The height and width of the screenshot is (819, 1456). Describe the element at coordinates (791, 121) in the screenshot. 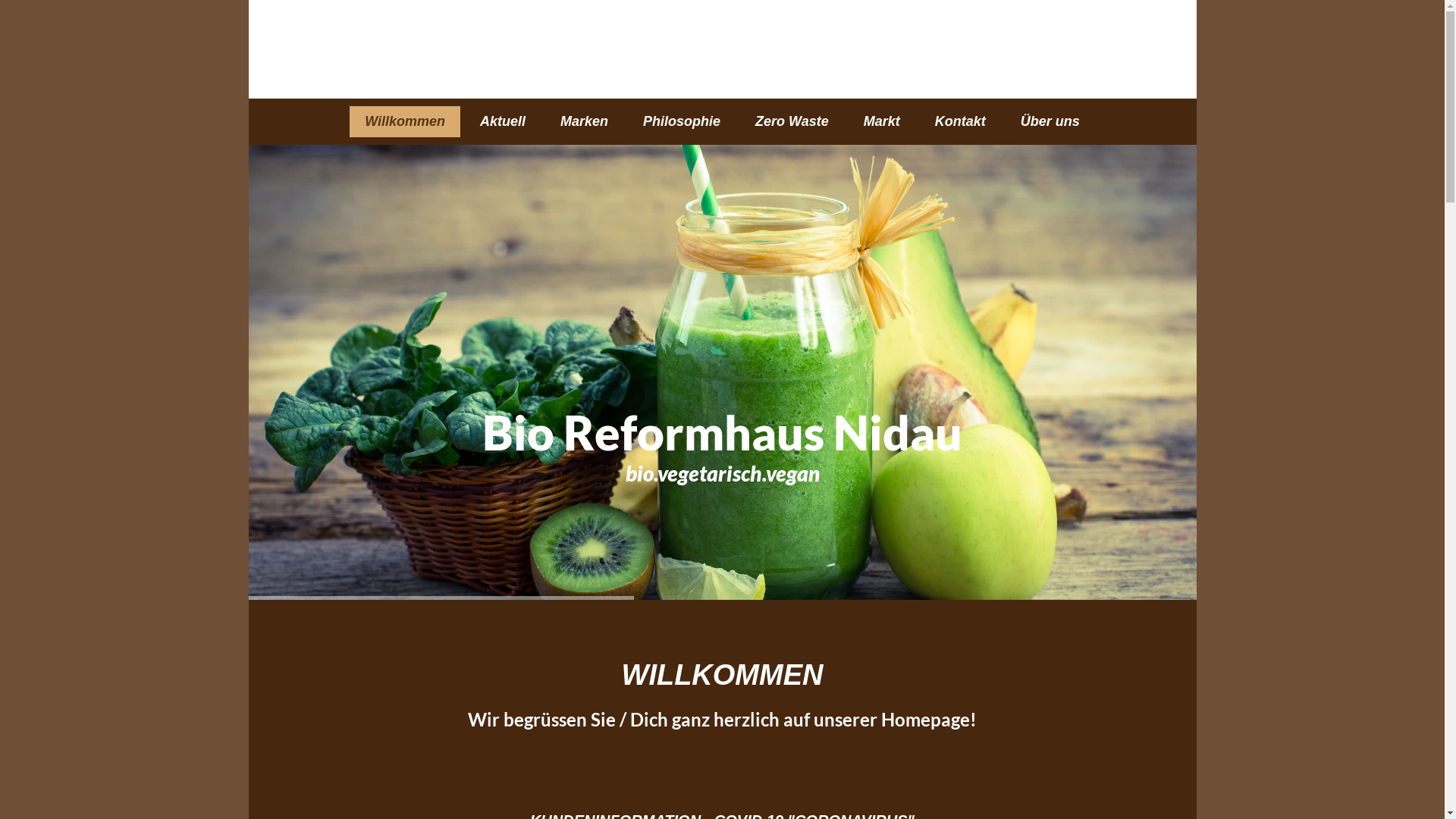

I see `'Zero Waste'` at that location.